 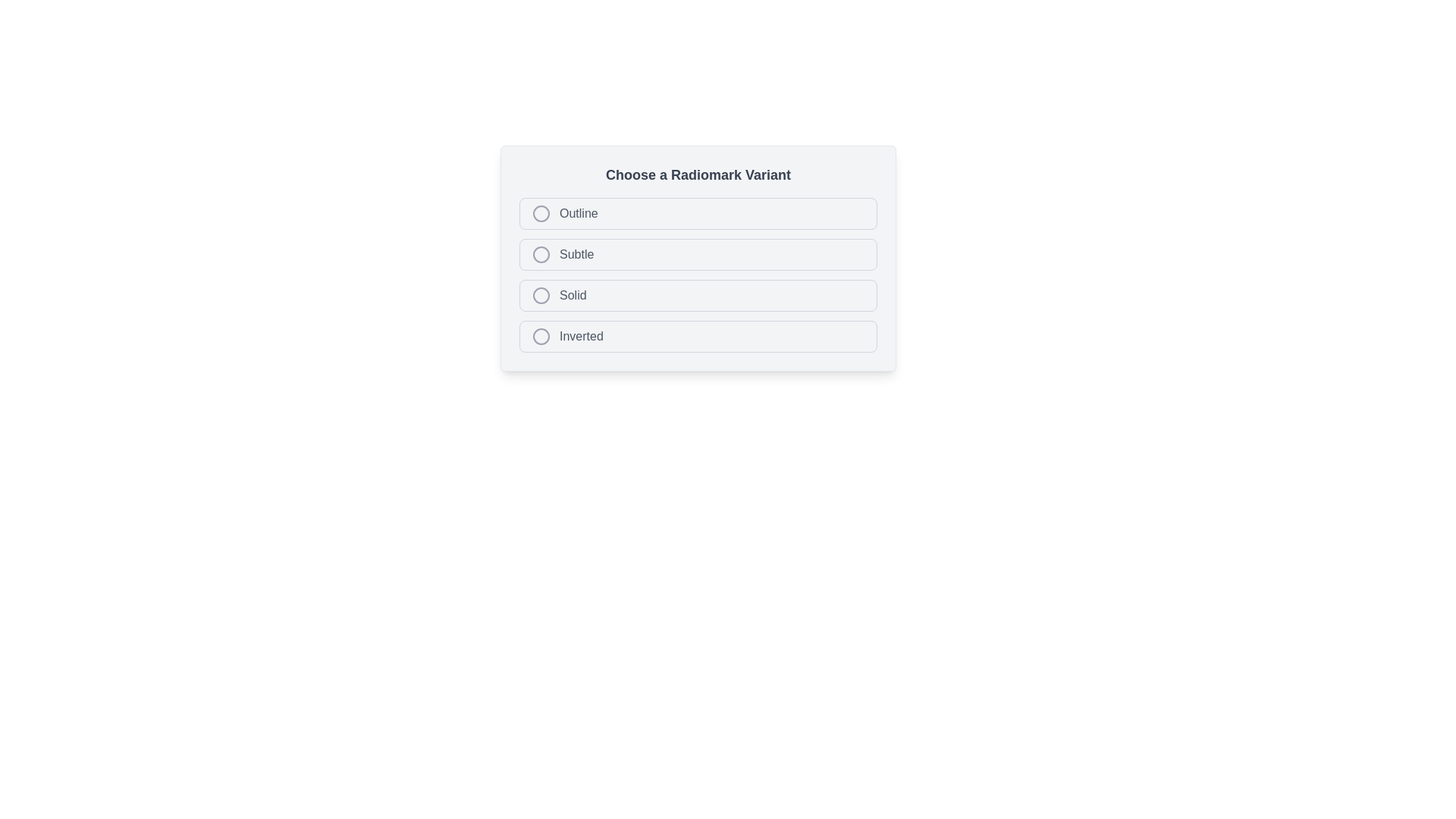 What do you see at coordinates (541, 253) in the screenshot?
I see `the circular radiobutton indicator for the 'Subtle' option` at bounding box center [541, 253].